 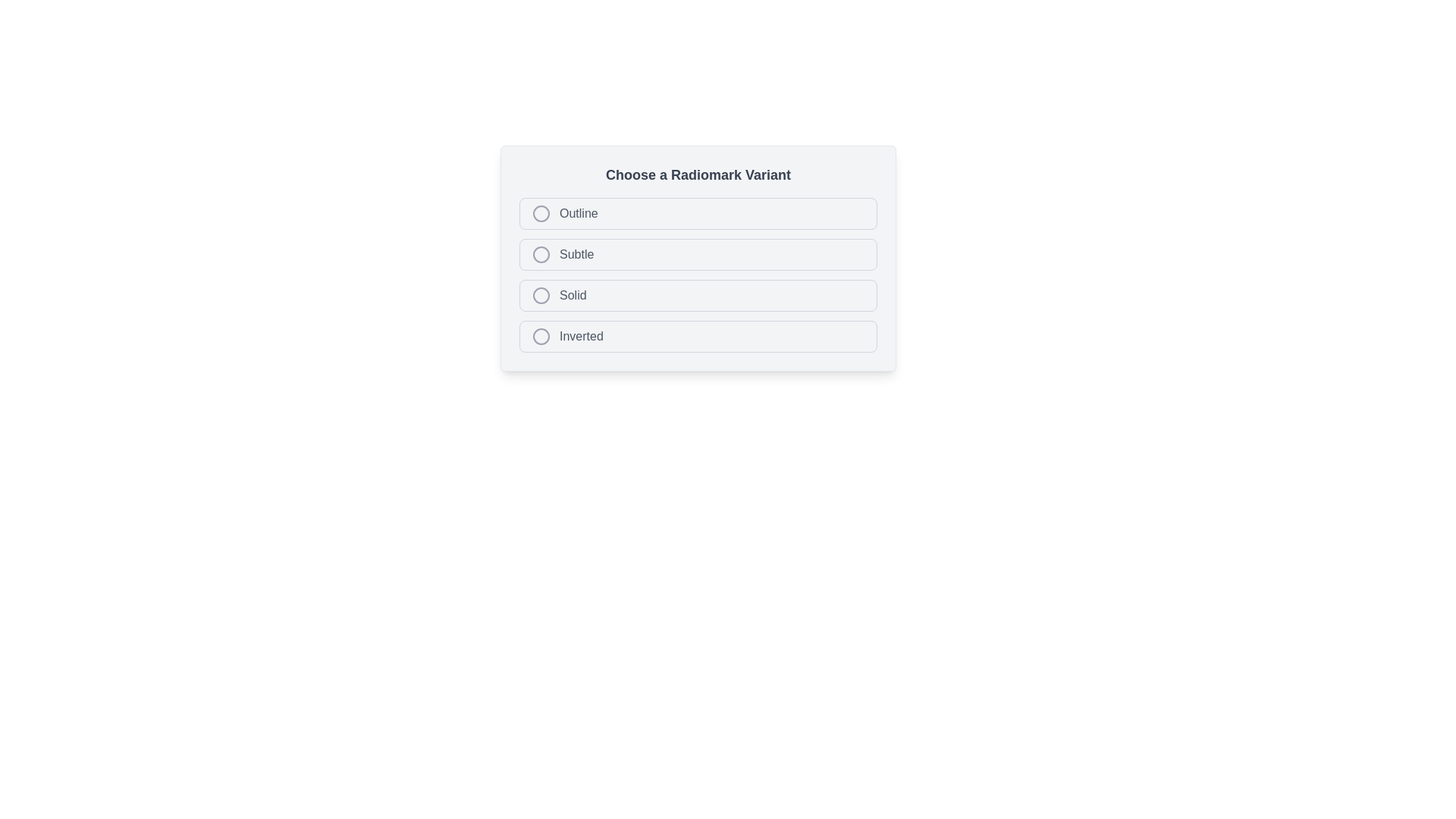 What do you see at coordinates (541, 253) in the screenshot?
I see `the circular radiobutton indicator for the 'Subtle' option` at bounding box center [541, 253].